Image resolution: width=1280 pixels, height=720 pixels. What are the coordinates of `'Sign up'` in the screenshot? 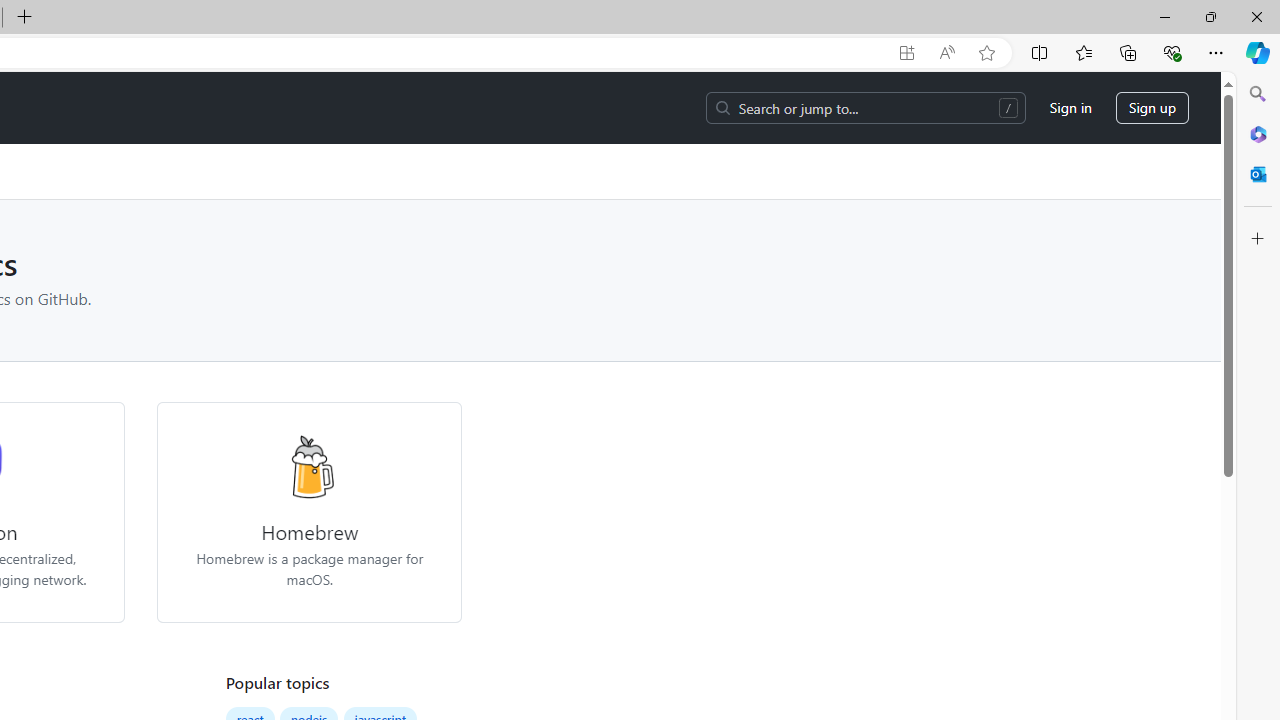 It's located at (1152, 108).